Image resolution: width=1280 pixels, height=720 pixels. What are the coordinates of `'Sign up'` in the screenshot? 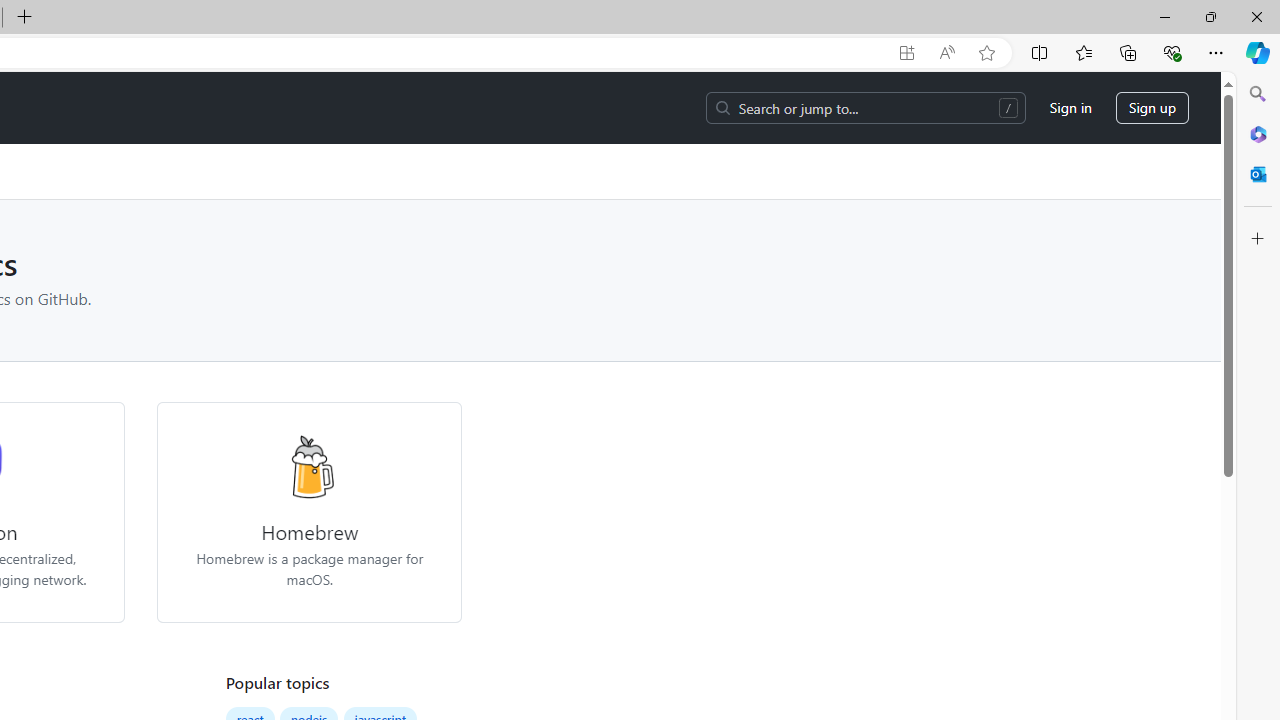 It's located at (1152, 108).